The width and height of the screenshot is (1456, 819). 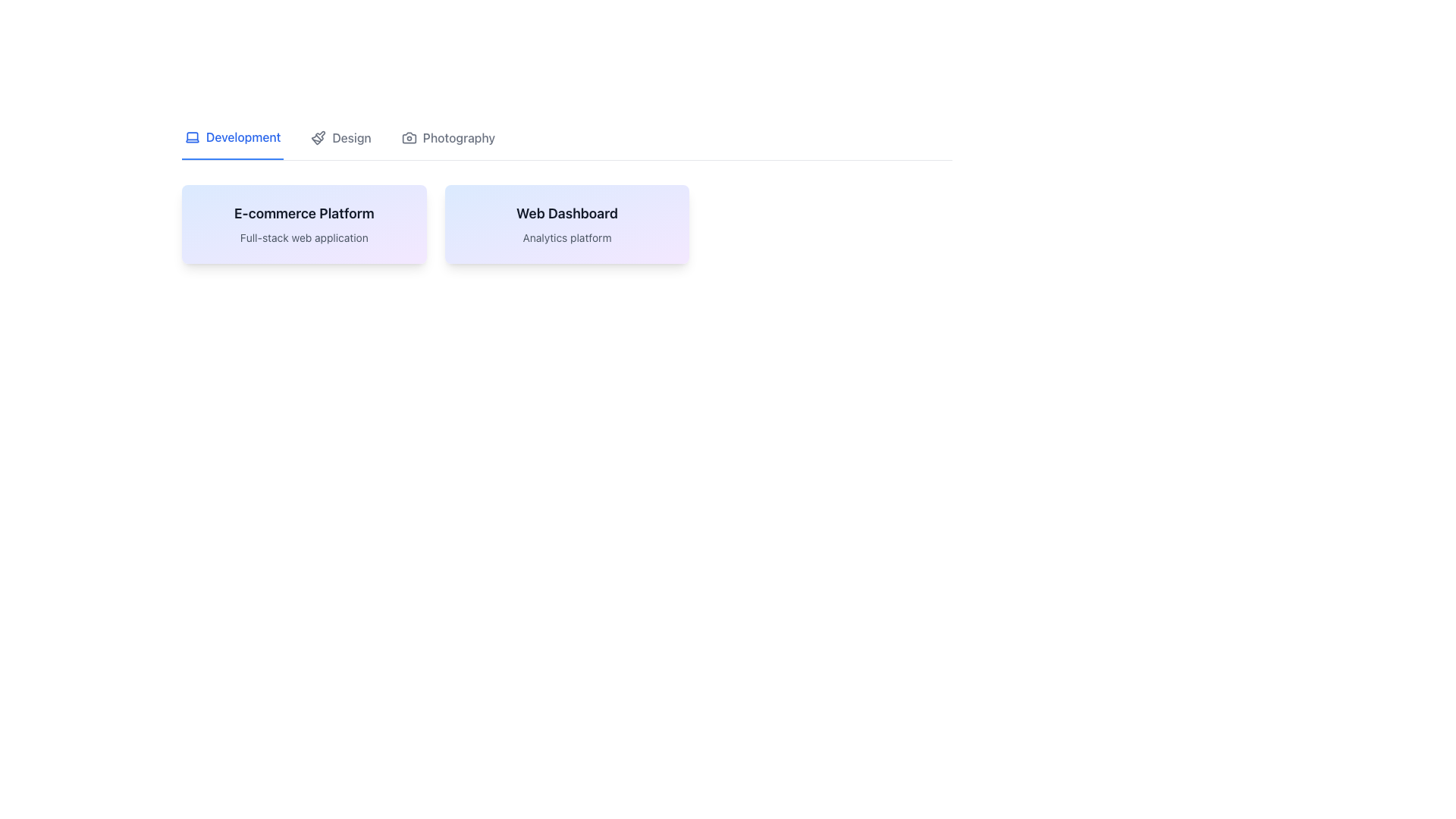 I want to click on the 'Development' tab button, which is the first in a row of three tab options, so click(x=232, y=143).